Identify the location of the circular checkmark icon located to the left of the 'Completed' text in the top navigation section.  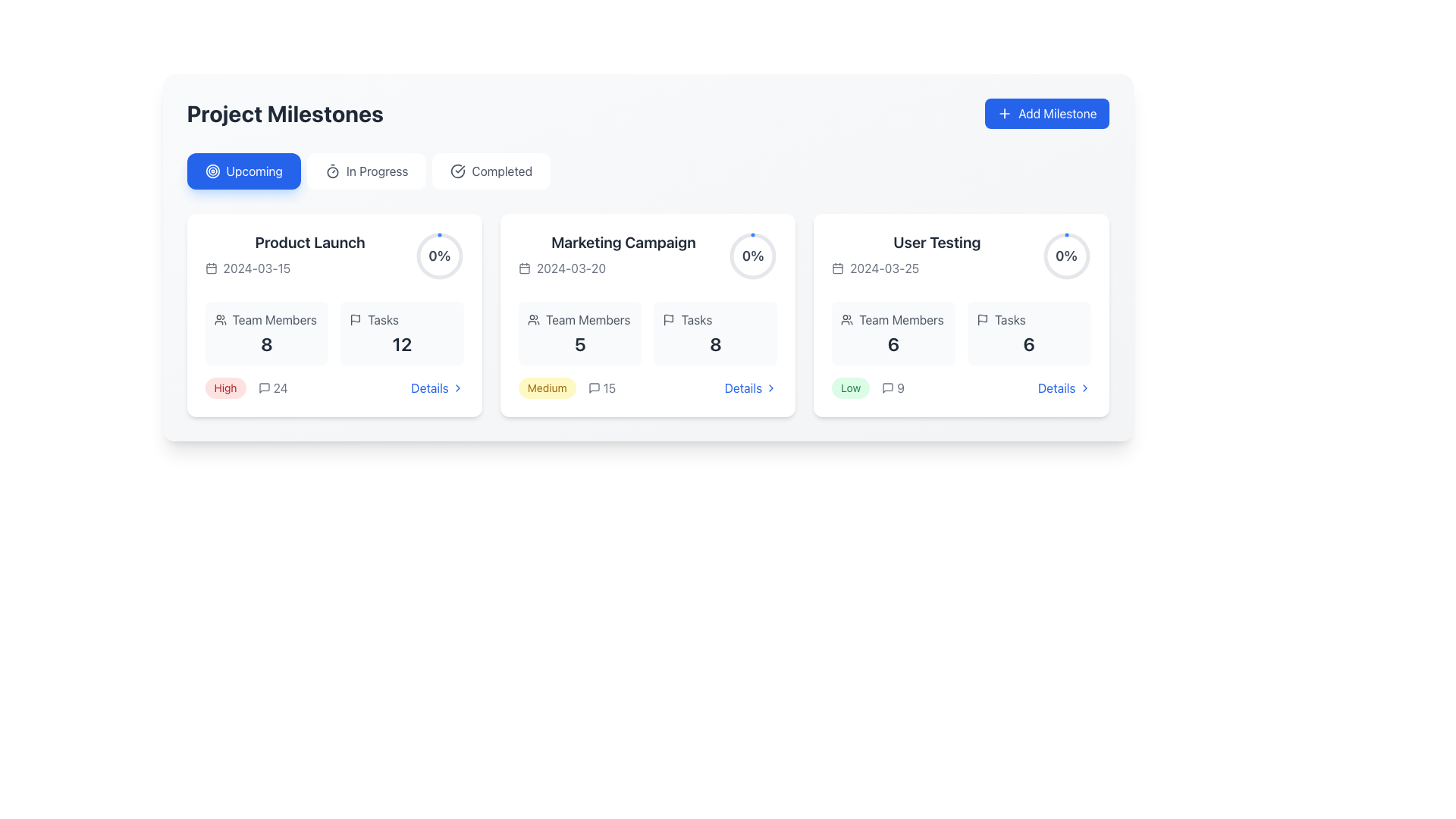
(457, 171).